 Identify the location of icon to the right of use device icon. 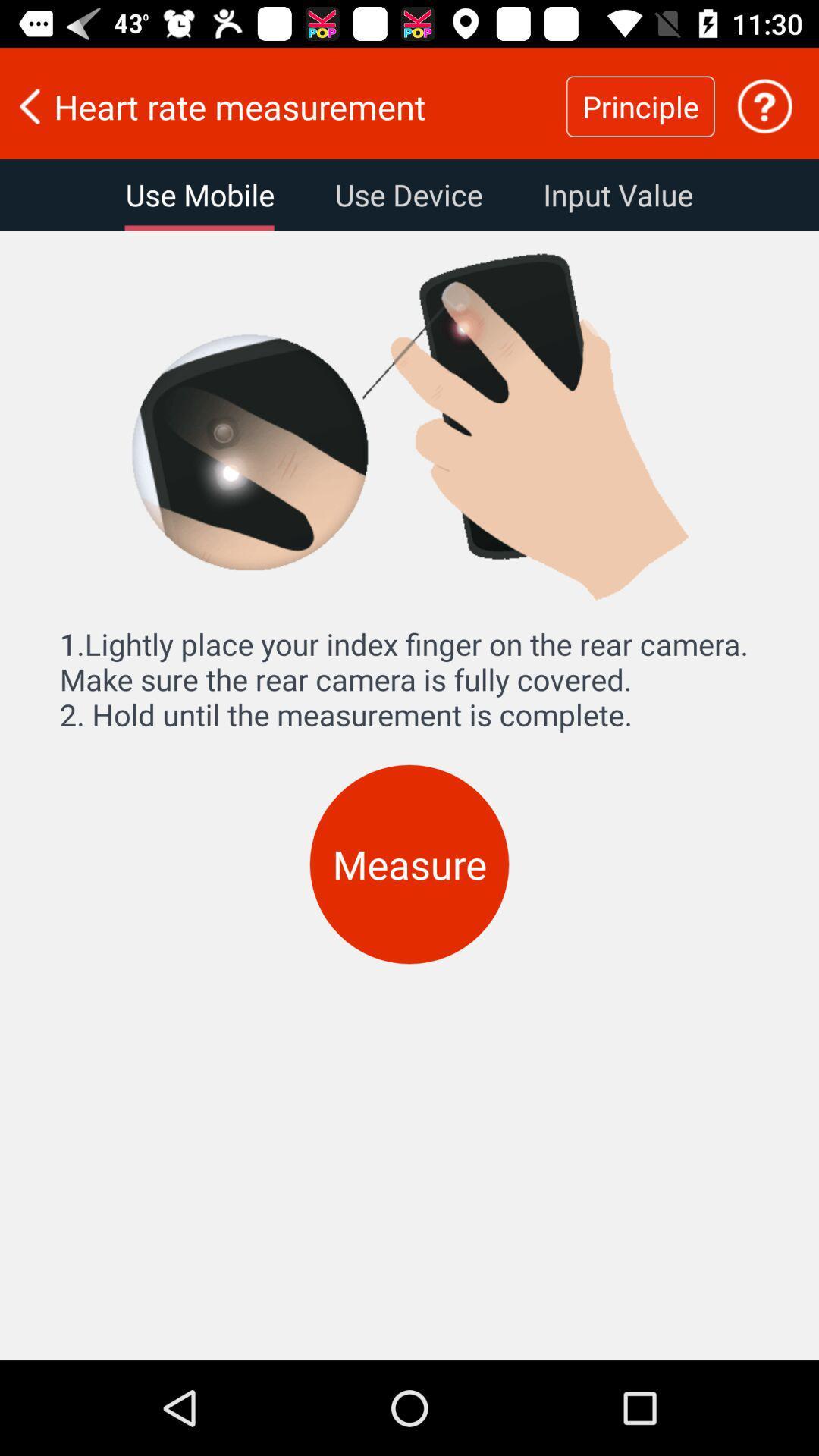
(618, 194).